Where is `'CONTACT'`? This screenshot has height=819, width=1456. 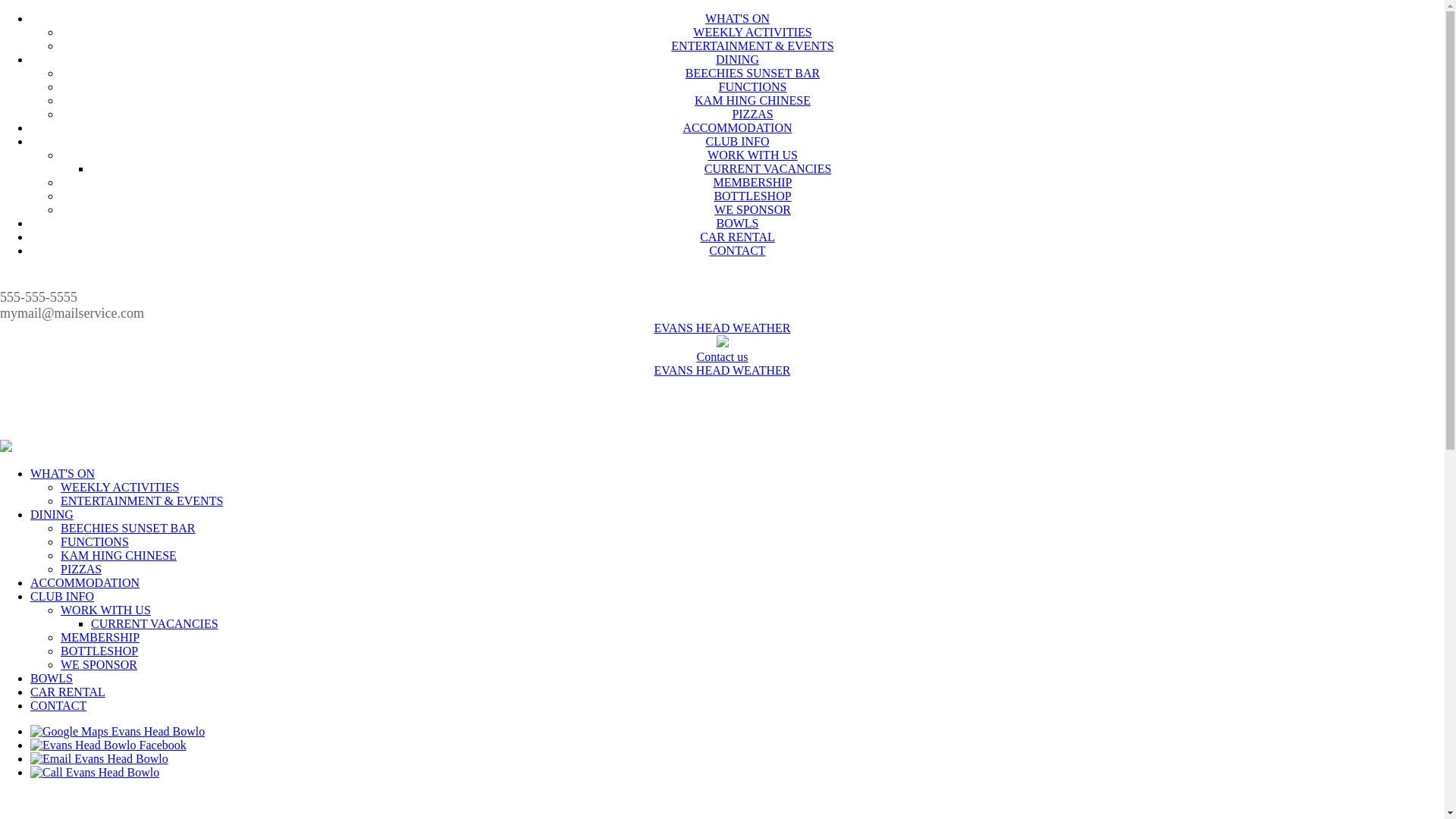 'CONTACT' is located at coordinates (58, 705).